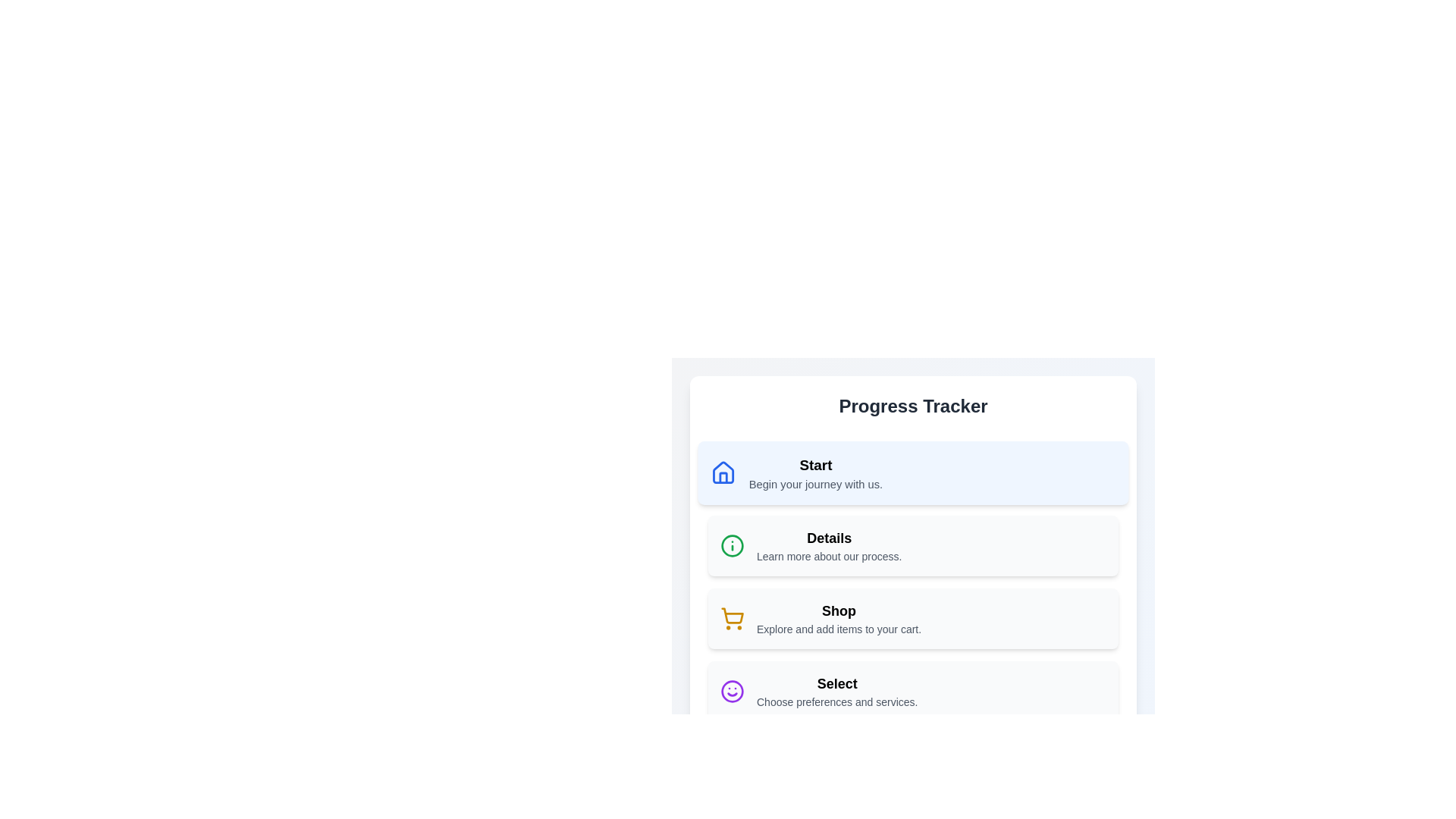 The image size is (1456, 819). Describe the element at coordinates (838, 619) in the screenshot. I see `the static informational text block that includes the words 'Shop' and 'Explore and add items to your cart.' This block is the third section of a progress tracker interface, following the 'Details' section and preceding the 'Select' section` at that location.